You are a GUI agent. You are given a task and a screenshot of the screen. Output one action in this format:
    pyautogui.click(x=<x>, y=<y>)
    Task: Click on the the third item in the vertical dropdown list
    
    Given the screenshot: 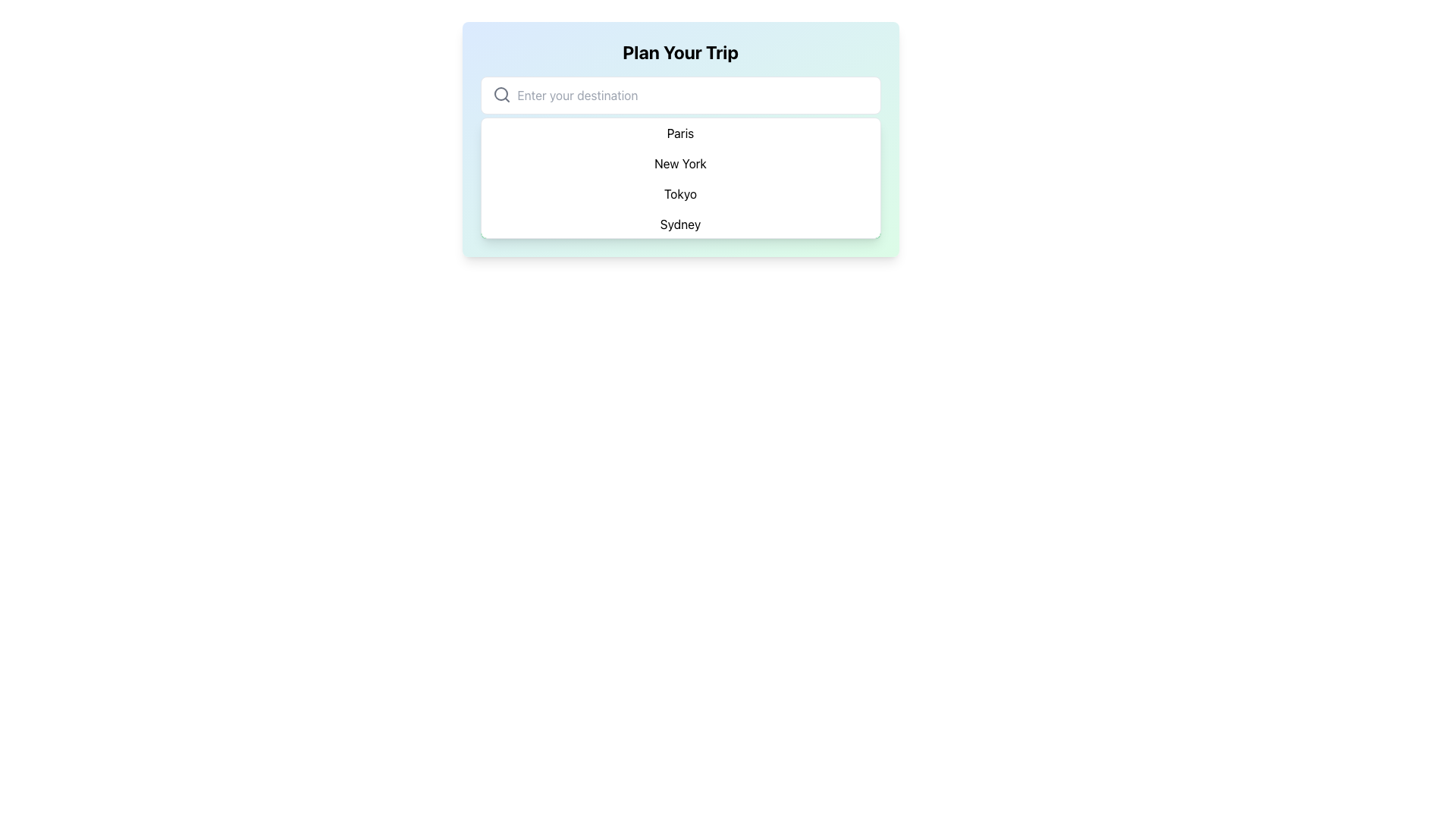 What is the action you would take?
    pyautogui.click(x=679, y=193)
    